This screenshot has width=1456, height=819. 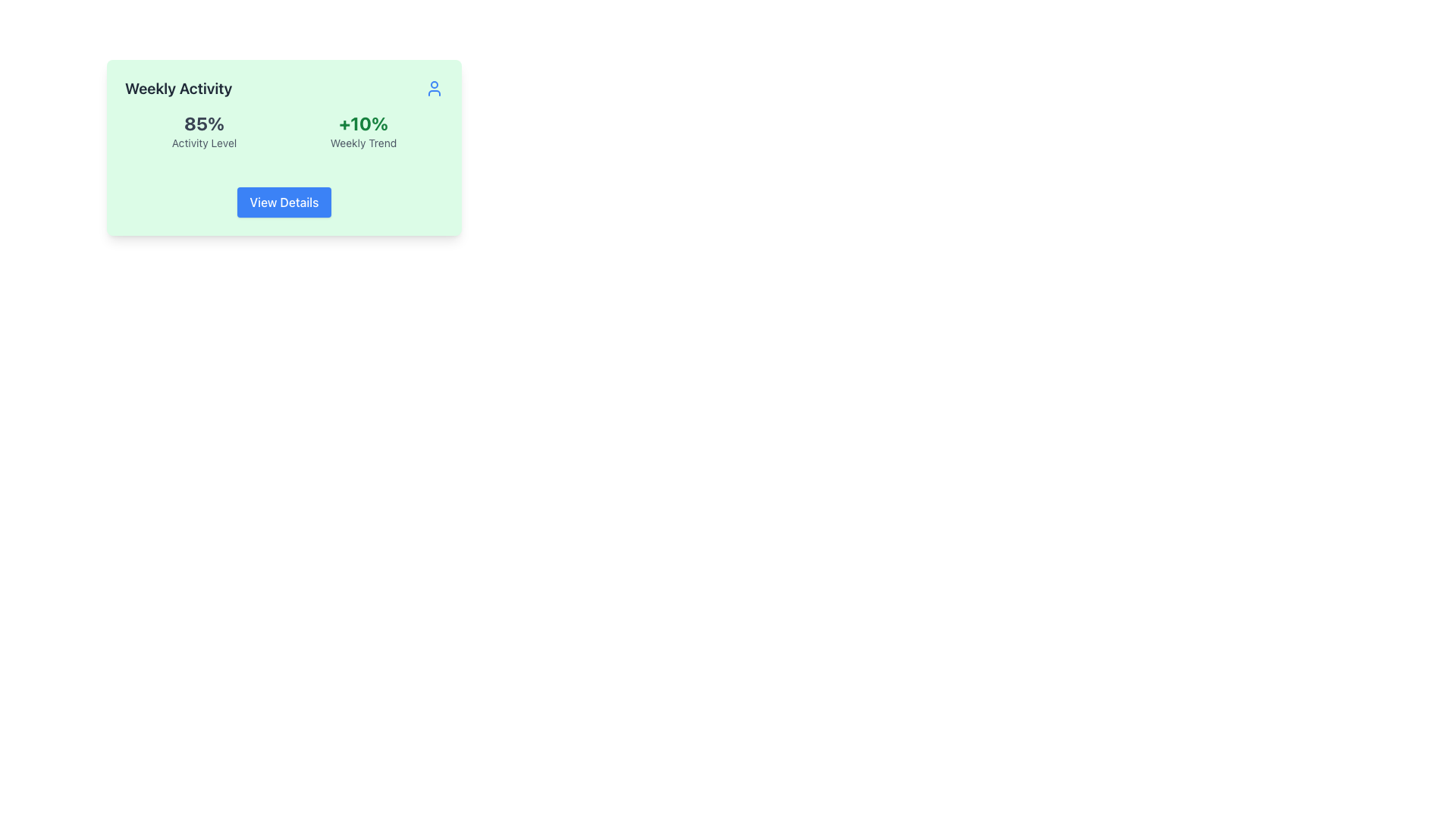 What do you see at coordinates (362, 122) in the screenshot?
I see `the percentage value display located in the center-right section of the card interface, which is above the 'Weekly Trend' text` at bounding box center [362, 122].